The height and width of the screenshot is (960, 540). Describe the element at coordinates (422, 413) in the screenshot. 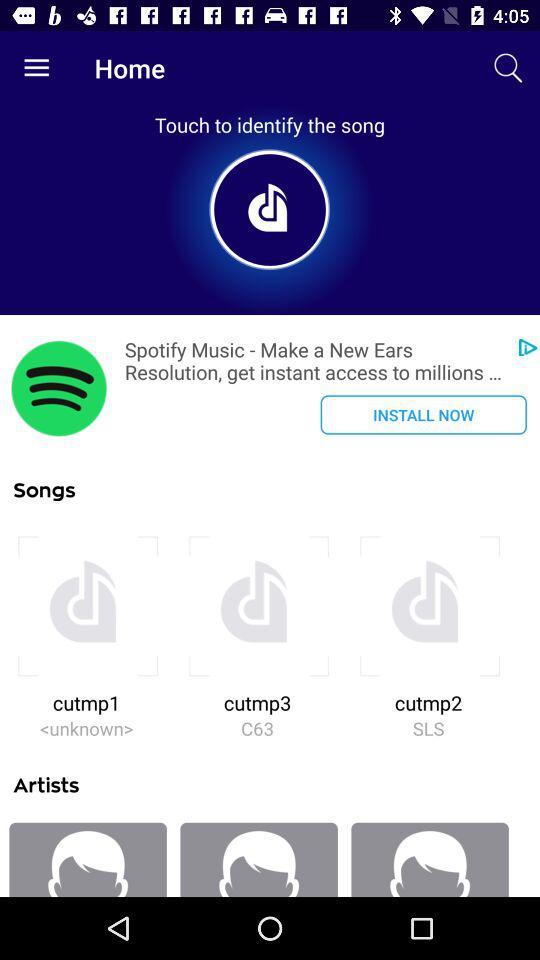

I see `install now item` at that location.